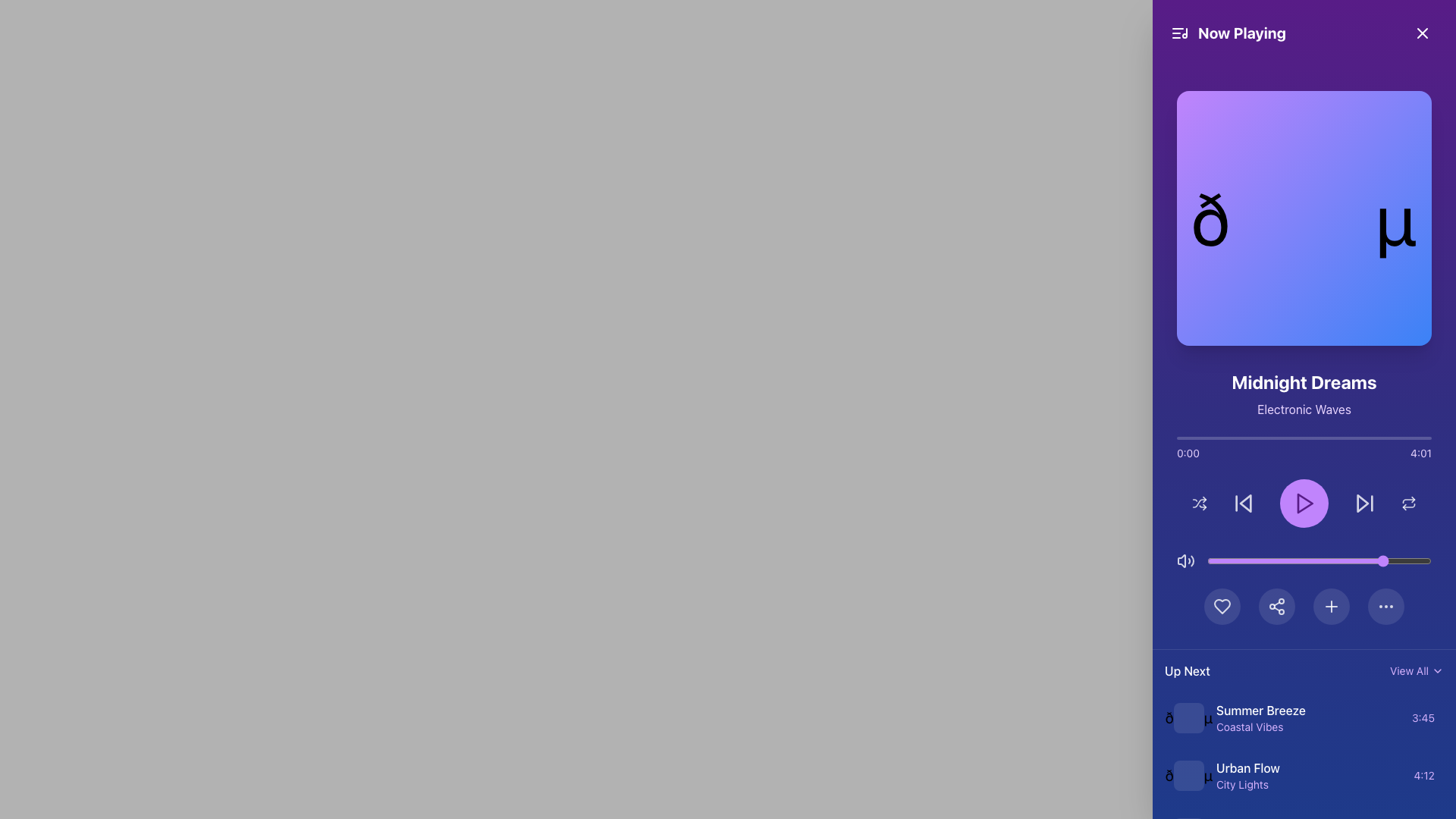 This screenshot has width=1456, height=819. What do you see at coordinates (1301, 561) in the screenshot?
I see `slider value` at bounding box center [1301, 561].